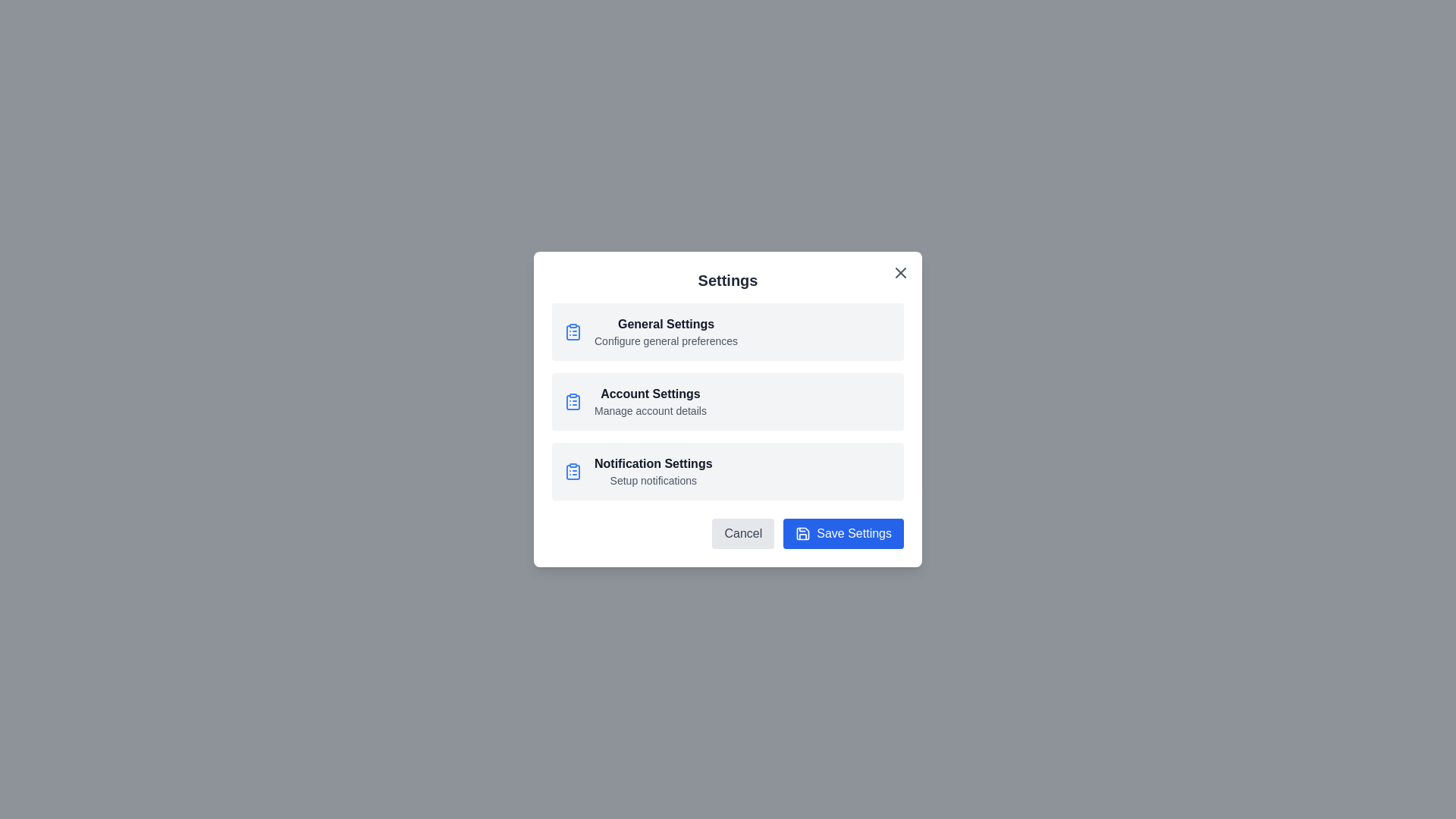 This screenshot has width=1456, height=819. What do you see at coordinates (743, 533) in the screenshot?
I see `the 'Cancel' button` at bounding box center [743, 533].